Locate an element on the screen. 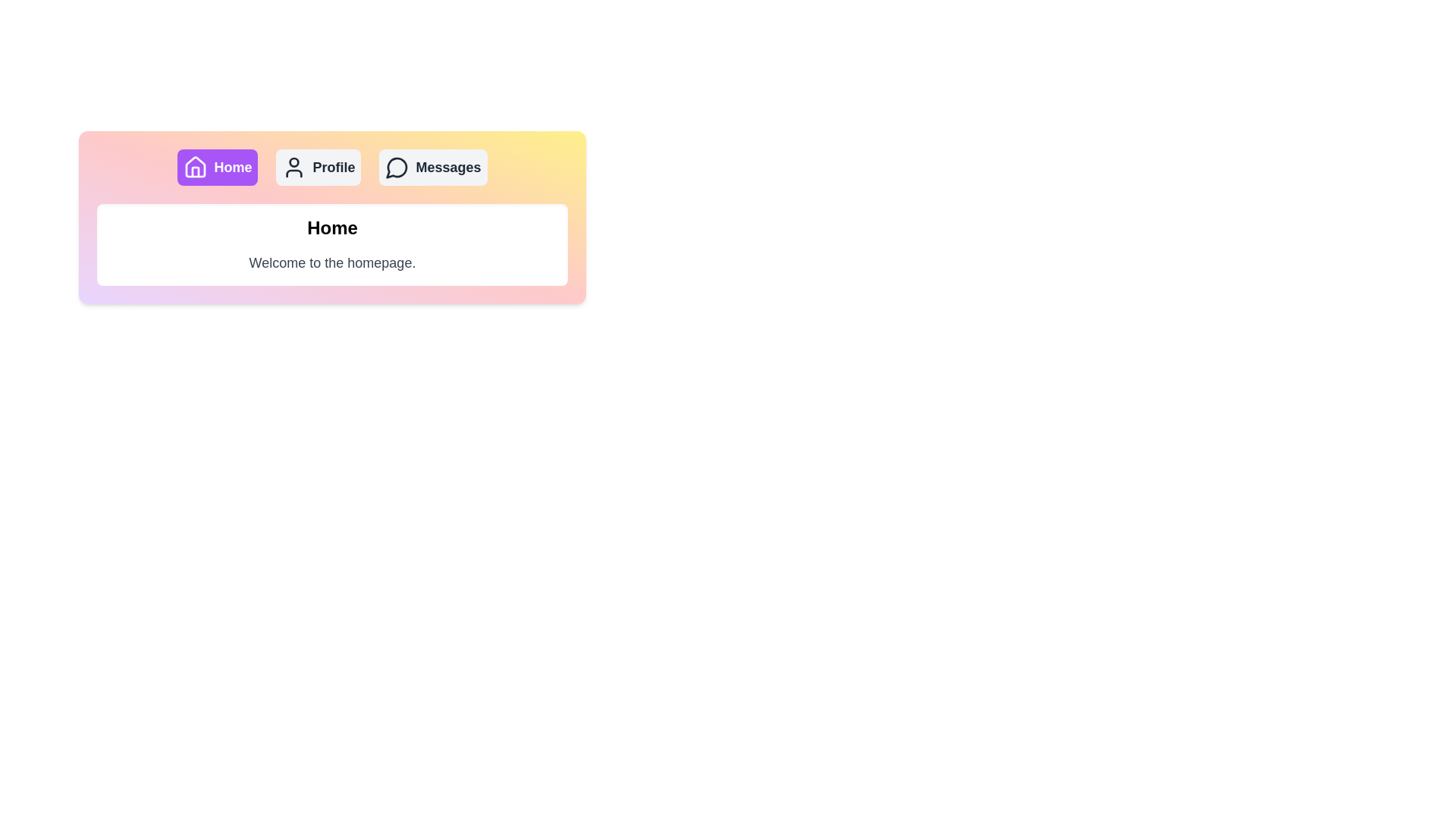 The height and width of the screenshot is (819, 1456). the Profile tab by clicking its button is located at coordinates (318, 167).